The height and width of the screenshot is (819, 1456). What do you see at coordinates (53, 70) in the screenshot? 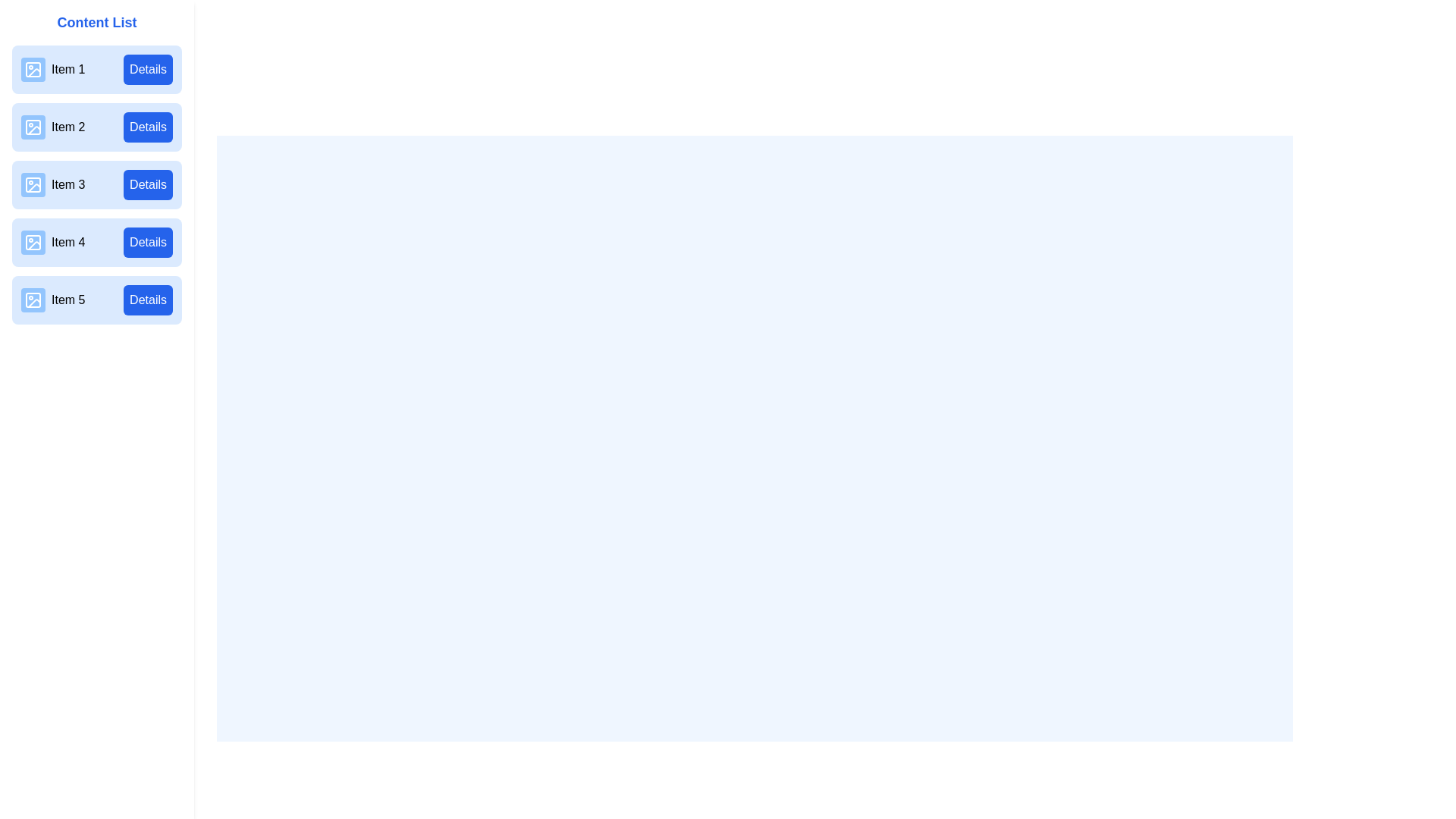
I see `the text label displaying 'Item 1', which serves as an identifier for the content represented by the card, located in the top-left corner of the layout` at bounding box center [53, 70].